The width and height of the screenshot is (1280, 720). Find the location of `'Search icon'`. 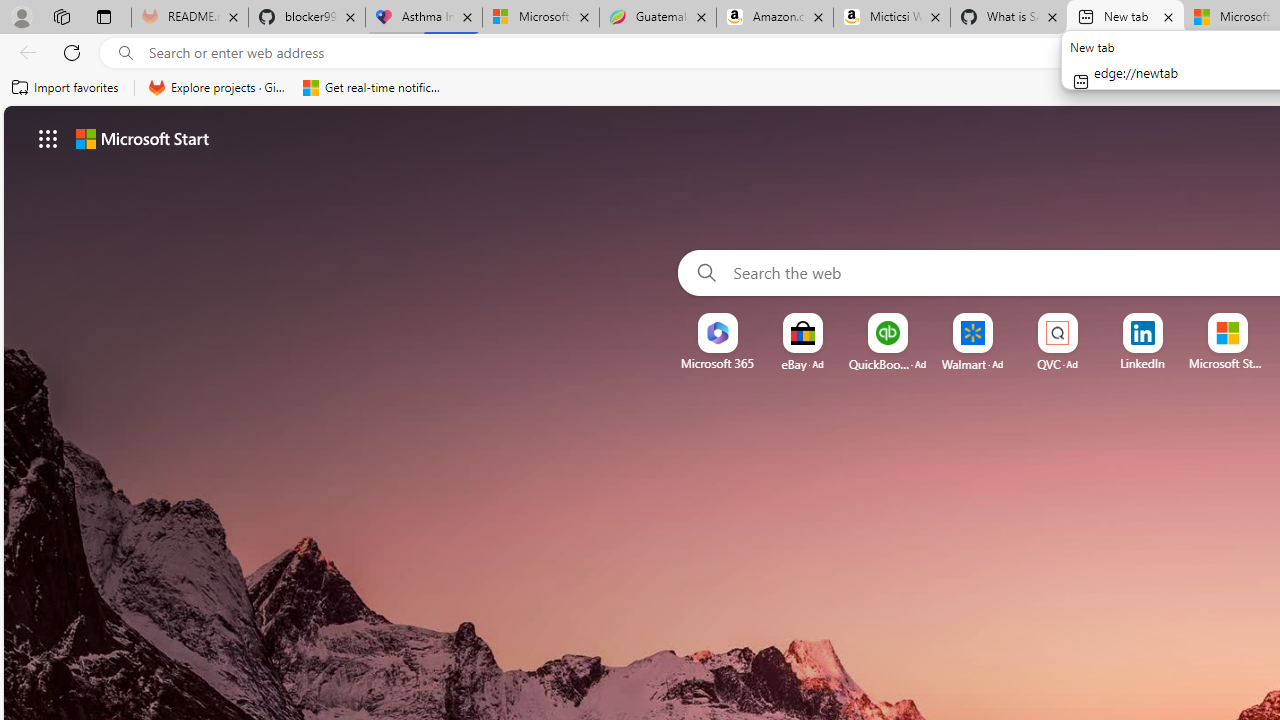

'Search icon' is located at coordinates (125, 52).